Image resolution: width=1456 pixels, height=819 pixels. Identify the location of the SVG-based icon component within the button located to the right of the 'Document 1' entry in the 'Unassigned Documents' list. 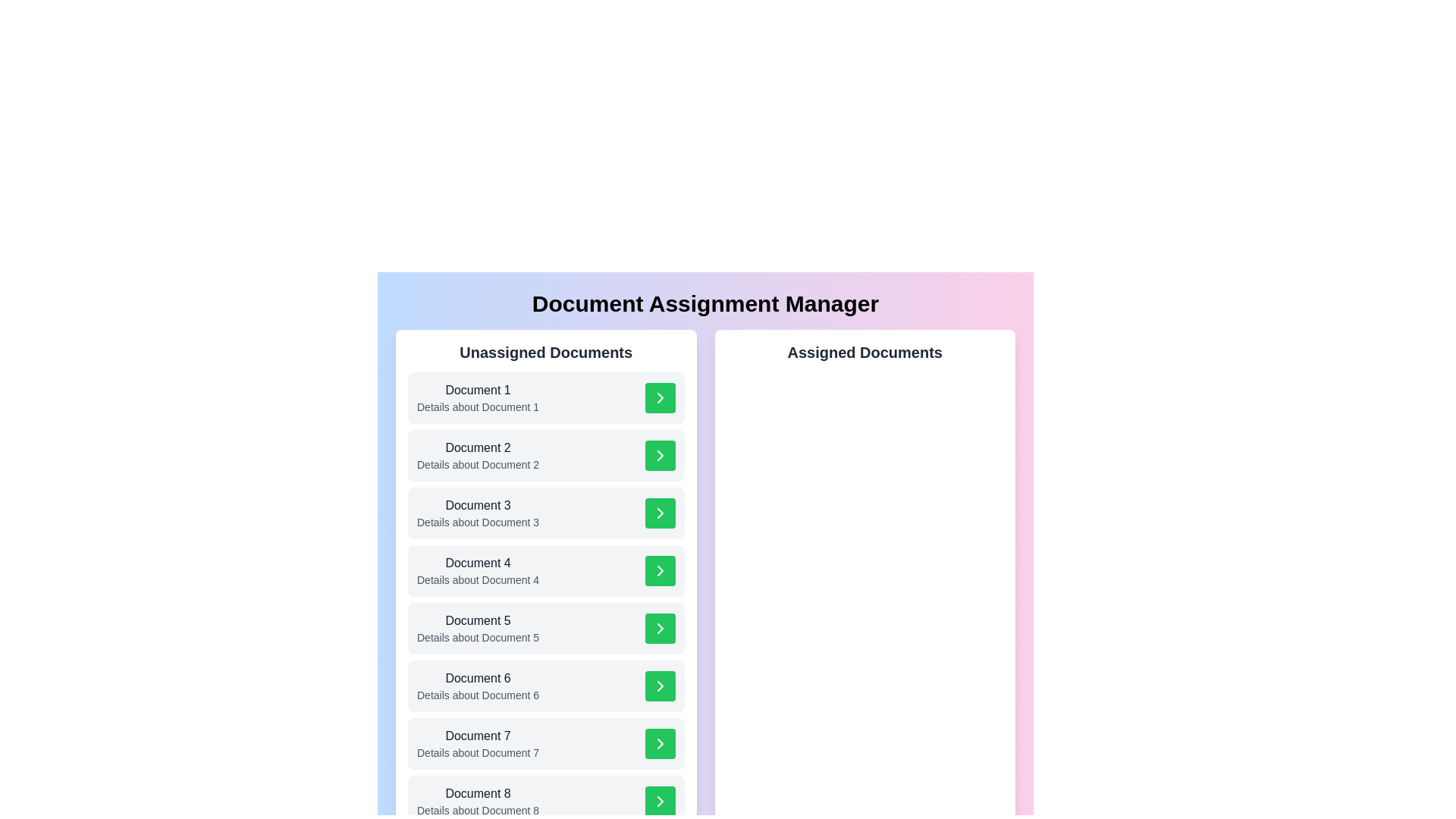
(660, 397).